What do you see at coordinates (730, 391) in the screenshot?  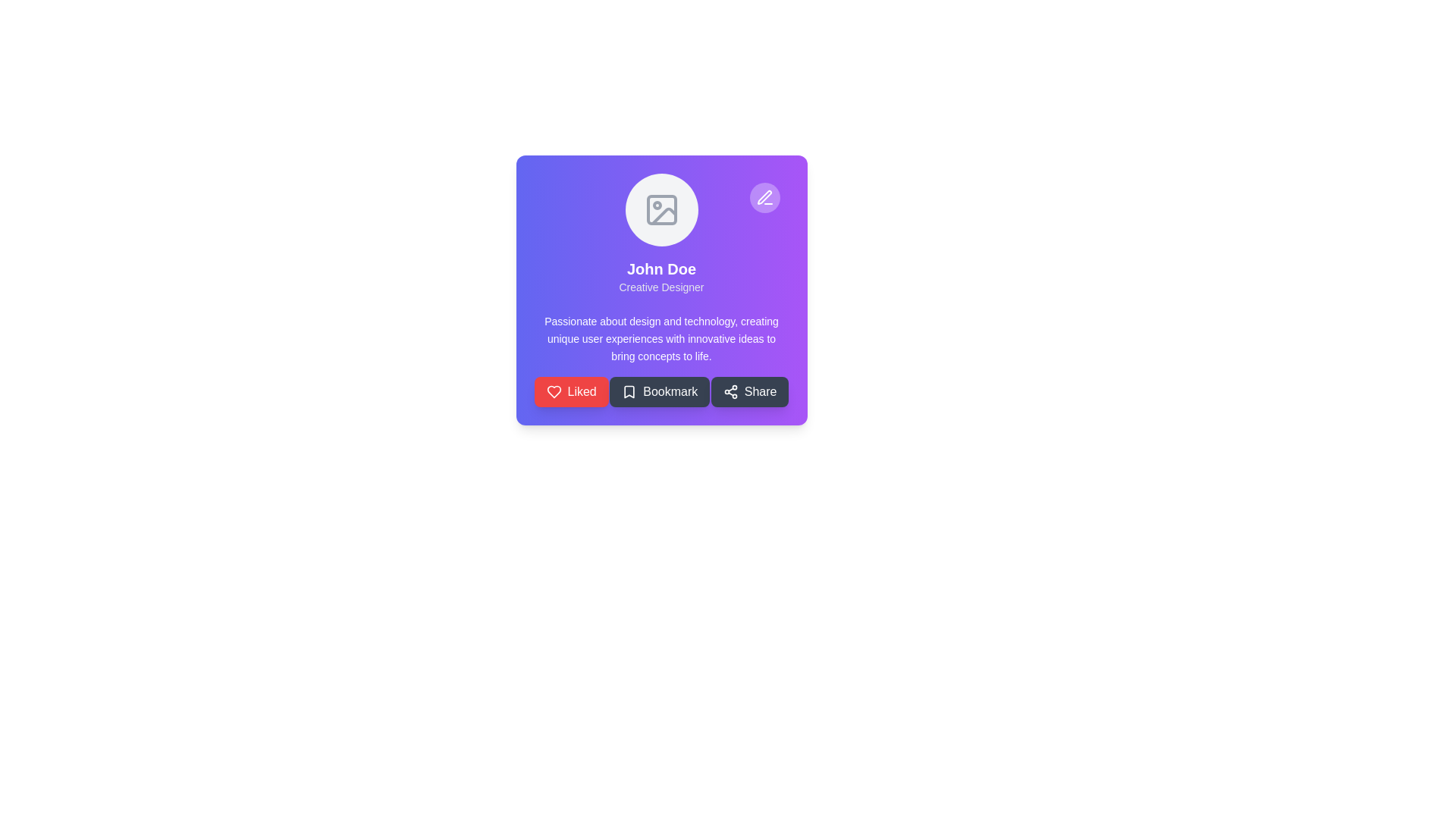 I see `the sharing icon located at the leftmost position of the 'Share' button` at bounding box center [730, 391].